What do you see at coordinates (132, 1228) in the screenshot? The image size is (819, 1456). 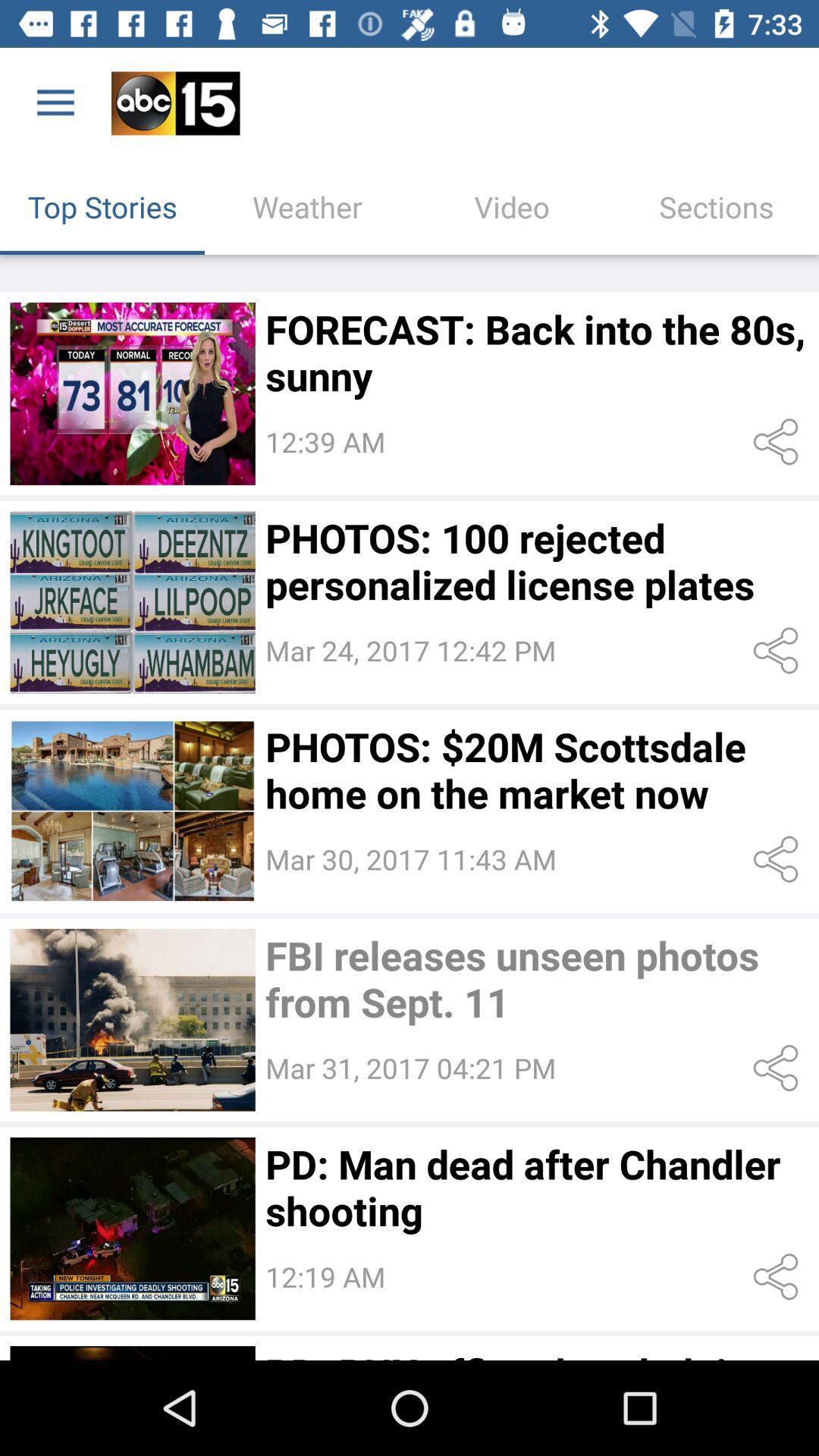 I see `pictures` at bounding box center [132, 1228].